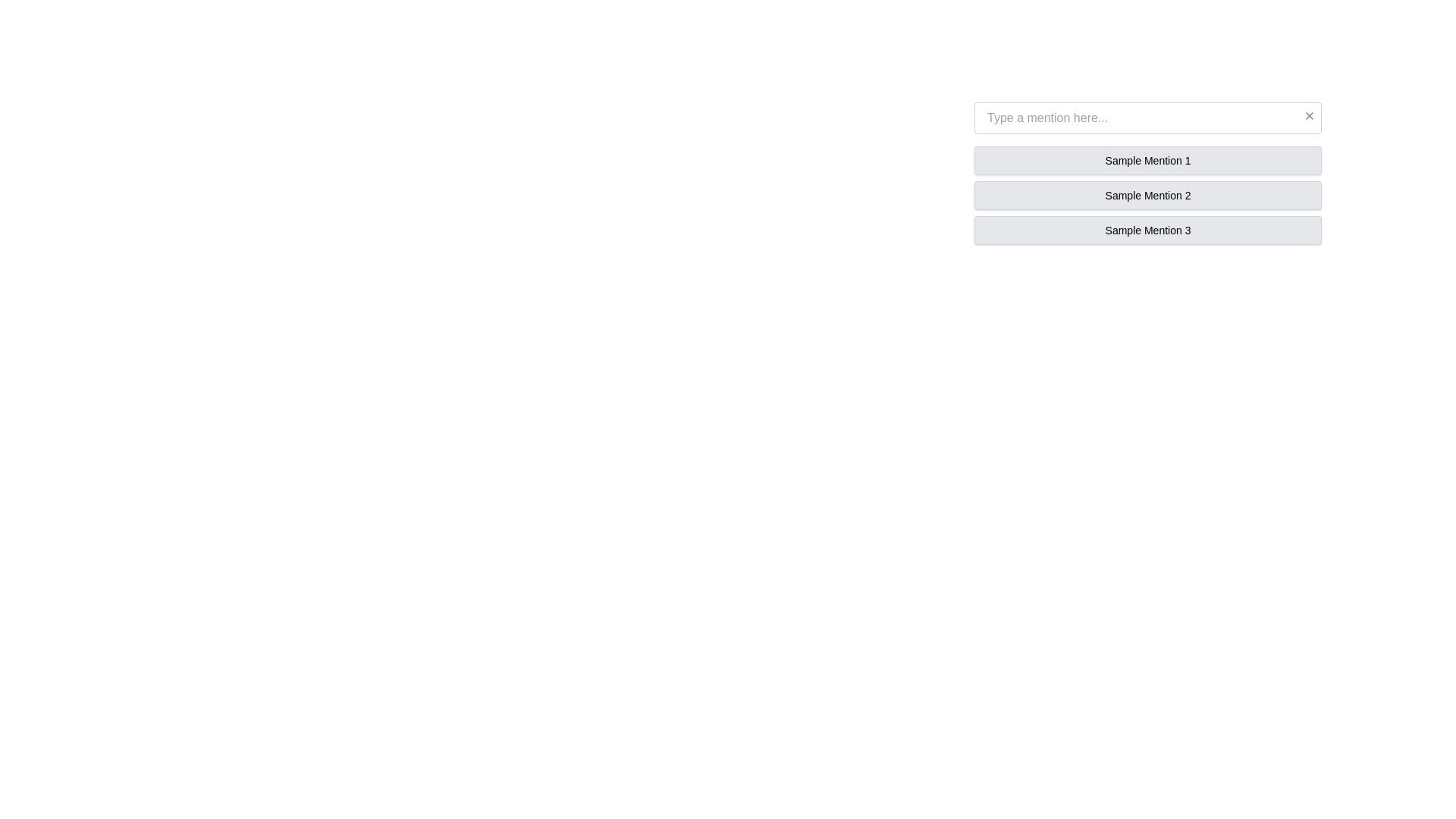  What do you see at coordinates (1147, 231) in the screenshot?
I see `the button-like list item labeled 'Sample Mention 3'` at bounding box center [1147, 231].